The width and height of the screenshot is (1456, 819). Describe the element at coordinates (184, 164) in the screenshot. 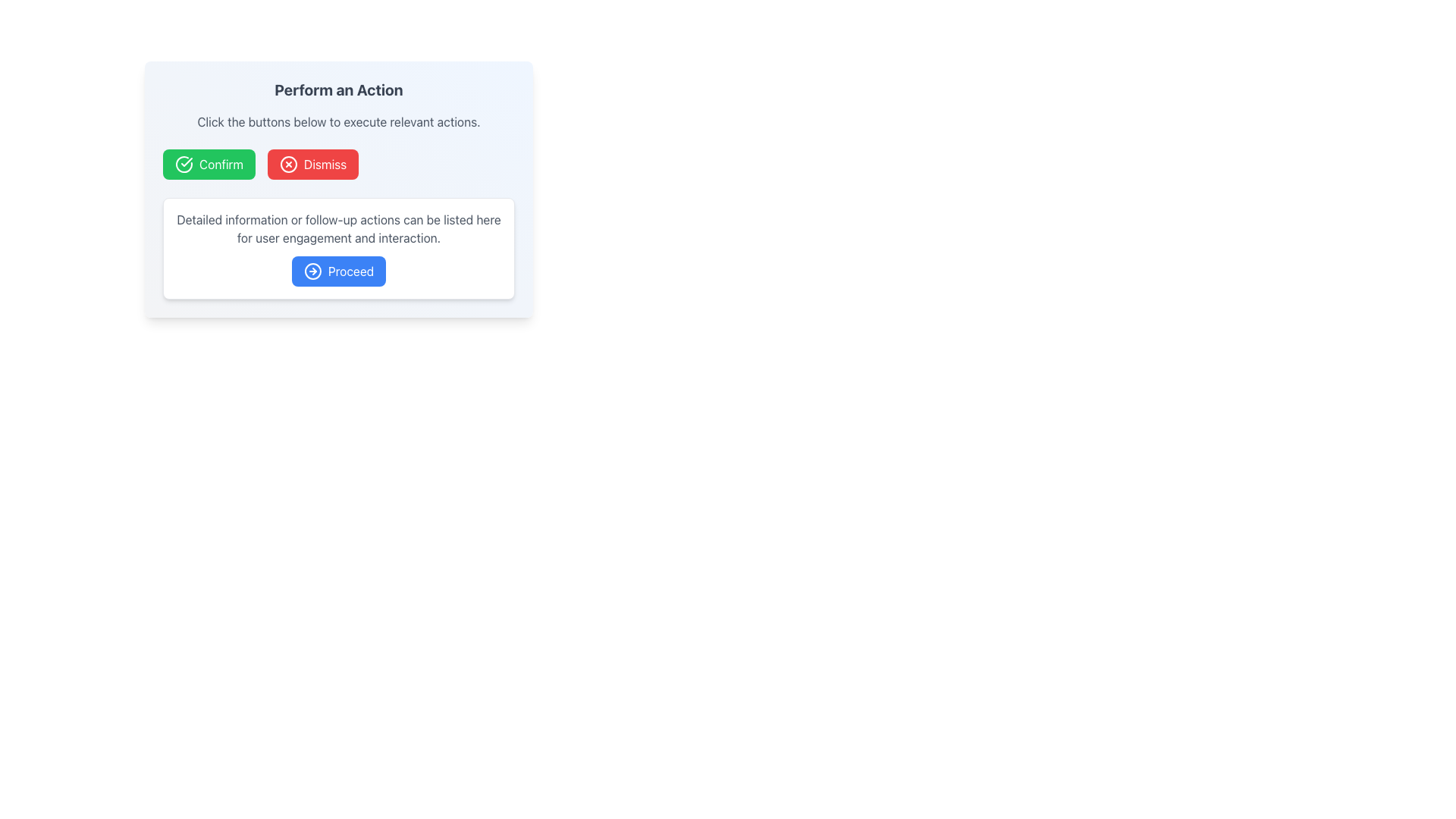

I see `the icon located to the left of the 'Confirm' label in the button, which is positioned in the top-left part of the user interface` at that location.